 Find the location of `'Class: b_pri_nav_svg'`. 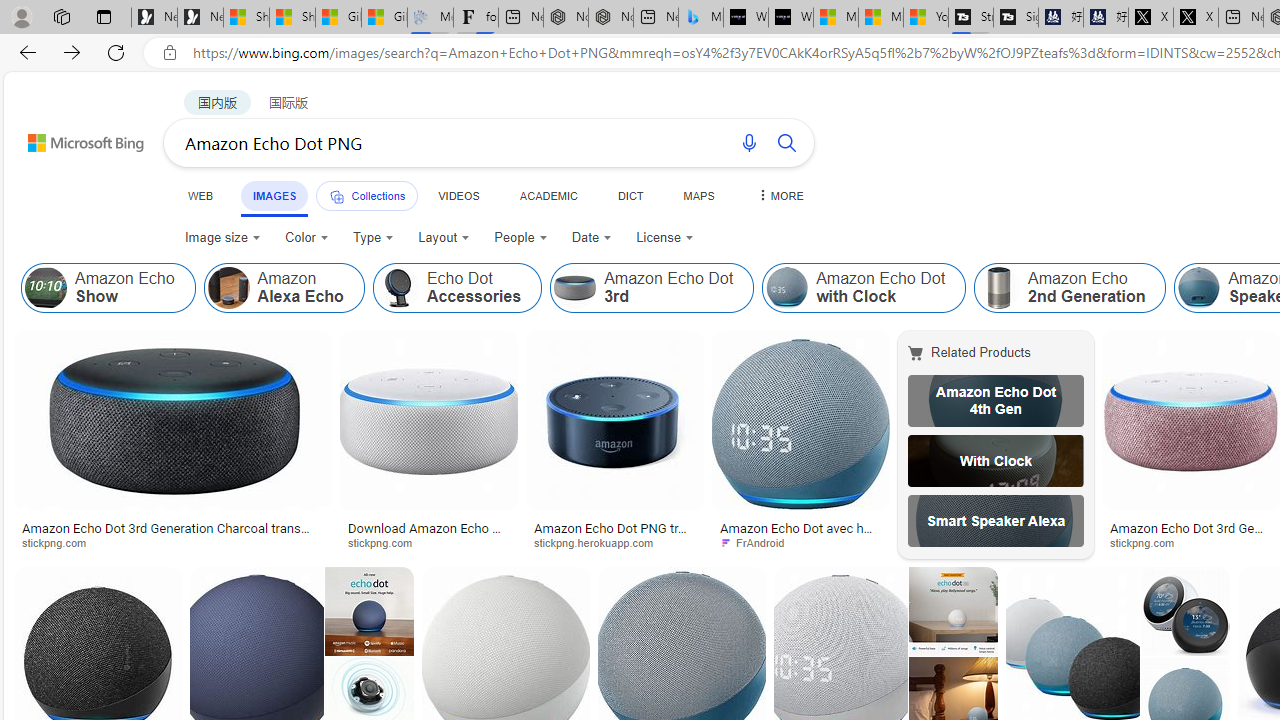

'Class: b_pri_nav_svg' is located at coordinates (337, 197).